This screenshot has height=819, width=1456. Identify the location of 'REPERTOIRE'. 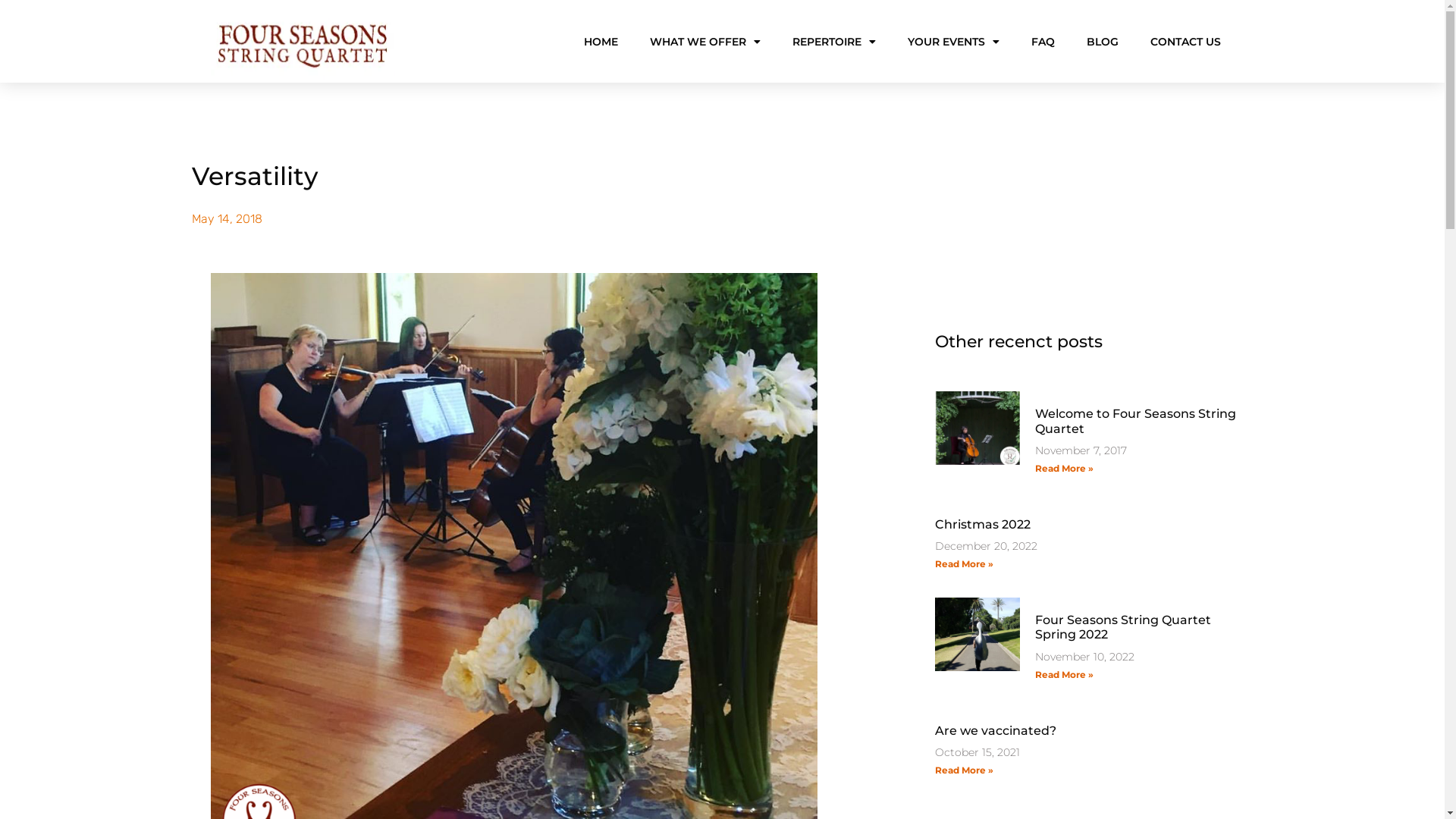
(833, 40).